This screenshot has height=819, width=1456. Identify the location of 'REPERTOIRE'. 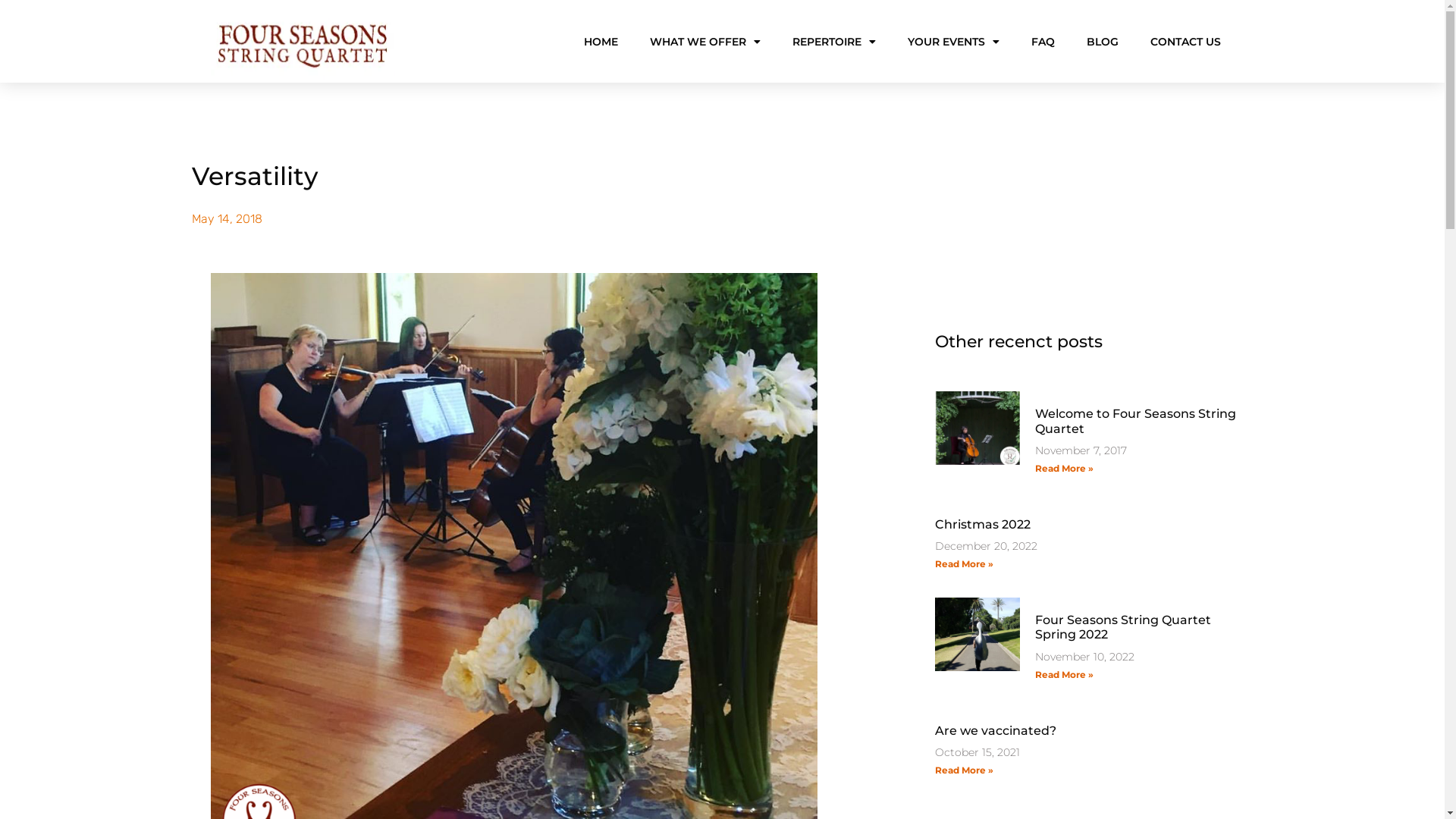
(833, 40).